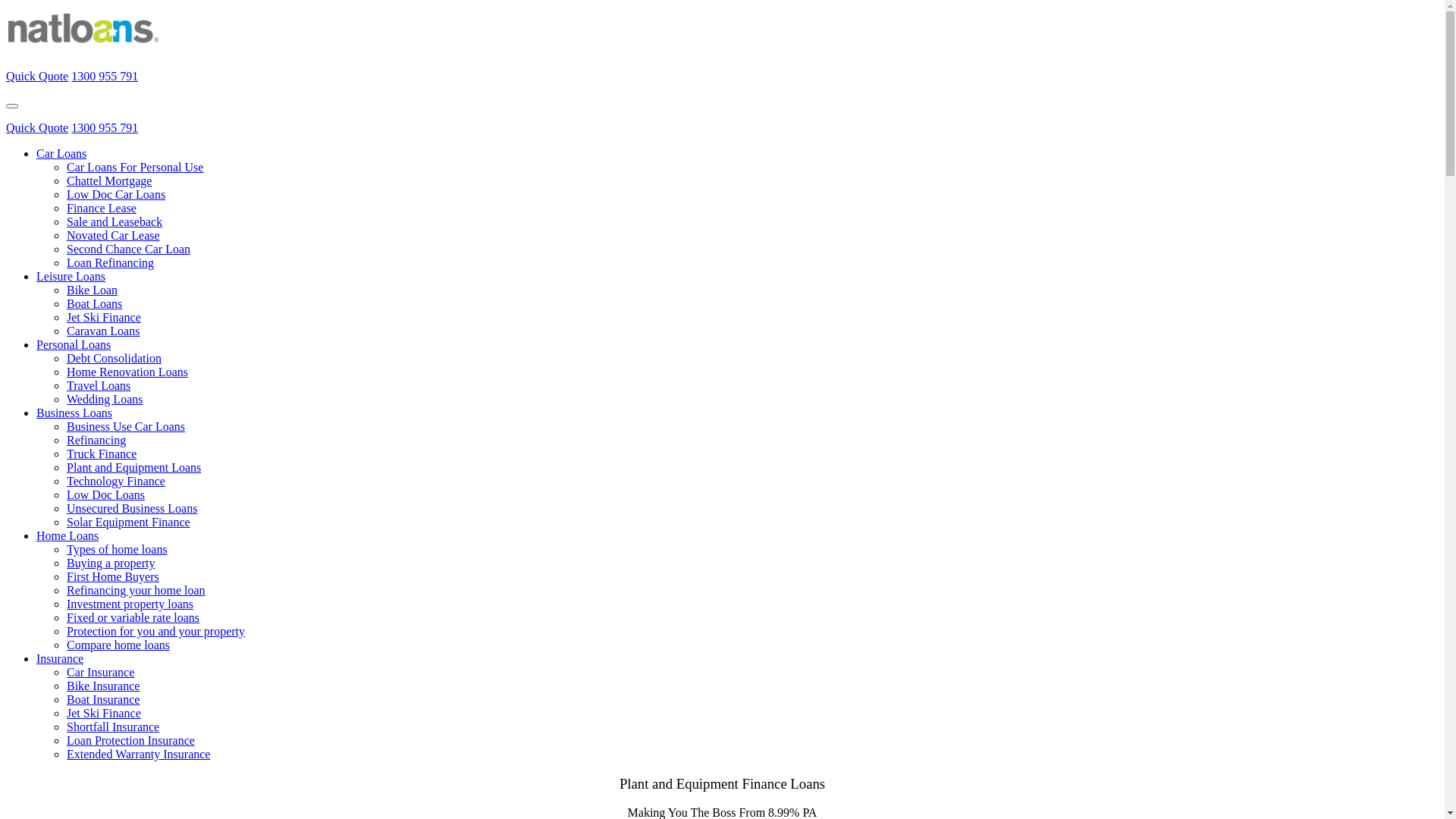 The image size is (1456, 819). I want to click on 'Solar Equipment Finance', so click(65, 521).